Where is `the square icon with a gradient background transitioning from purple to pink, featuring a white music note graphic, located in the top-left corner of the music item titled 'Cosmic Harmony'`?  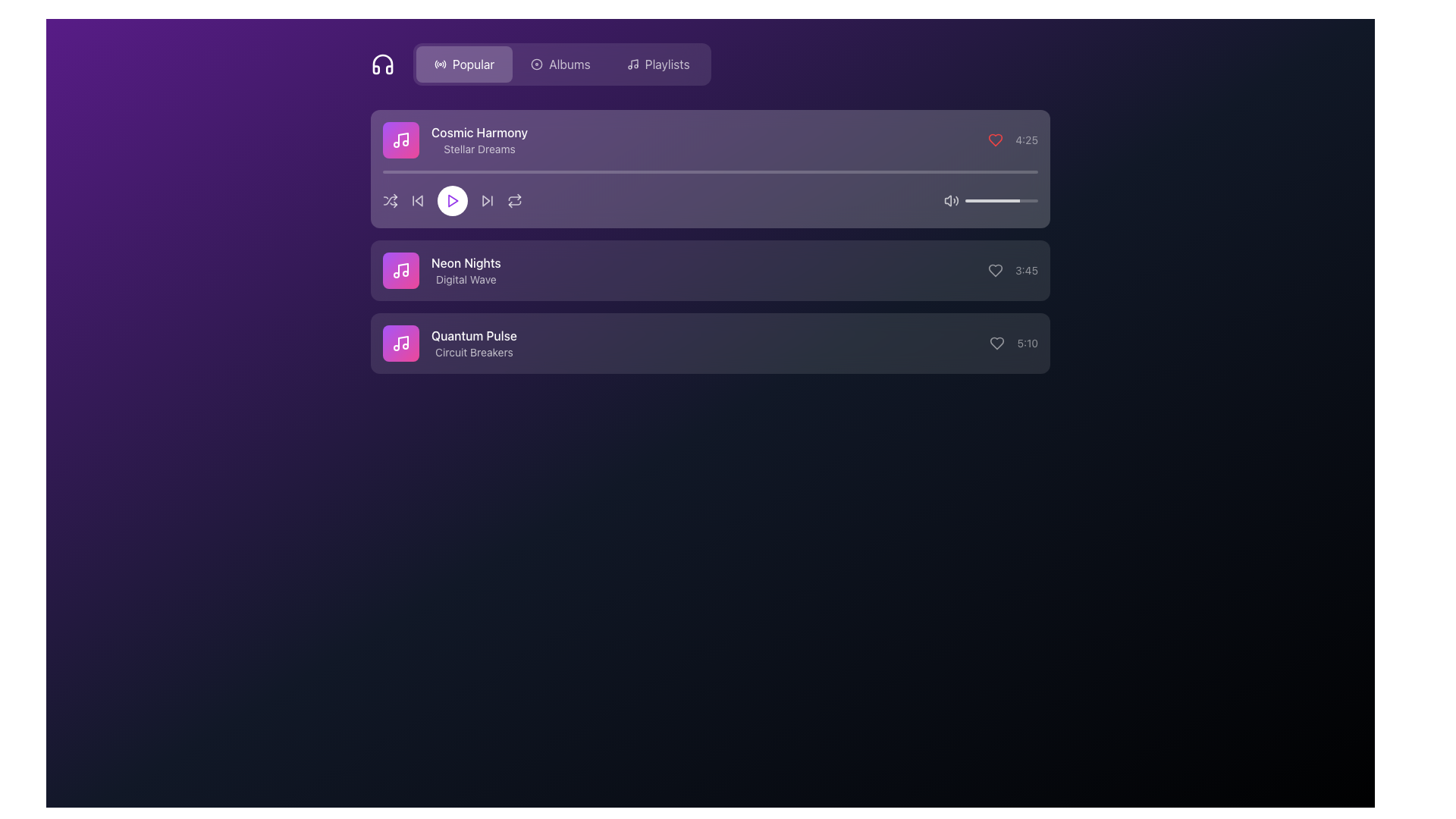
the square icon with a gradient background transitioning from purple to pink, featuring a white music note graphic, located in the top-left corner of the music item titled 'Cosmic Harmony' is located at coordinates (400, 140).